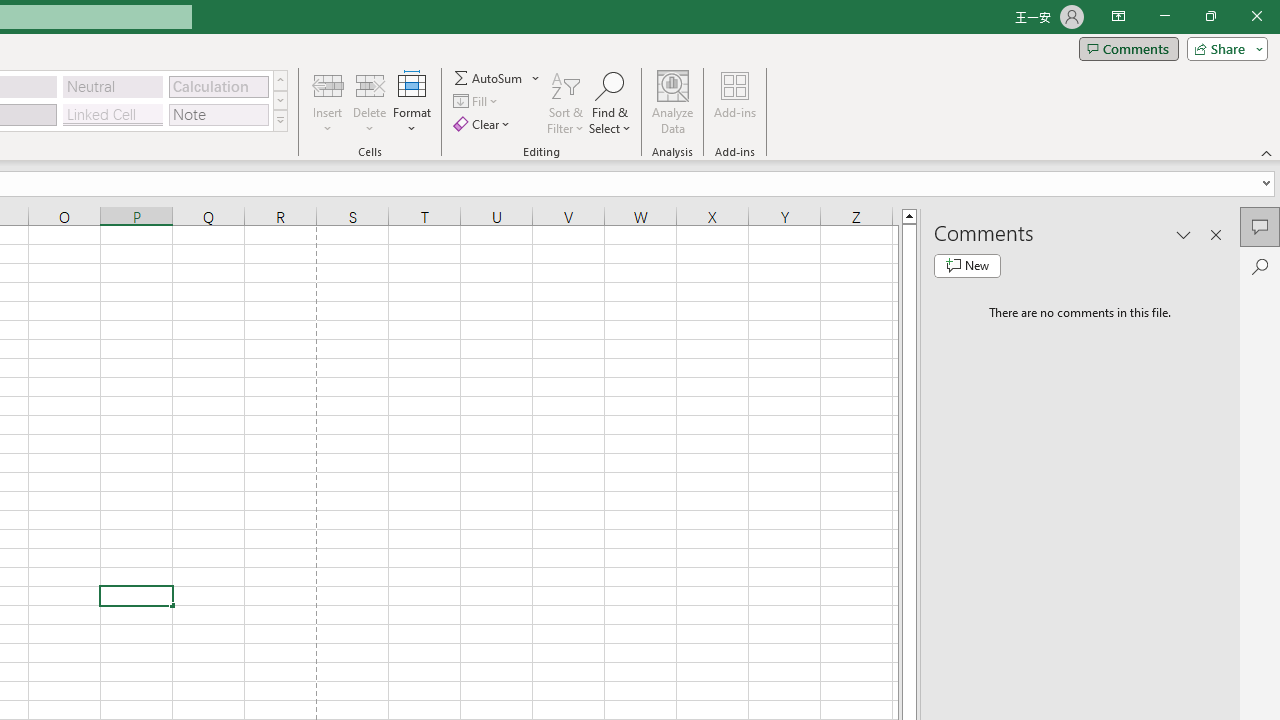 This screenshot has width=1280, height=720. What do you see at coordinates (967, 265) in the screenshot?
I see `'New comment'` at bounding box center [967, 265].